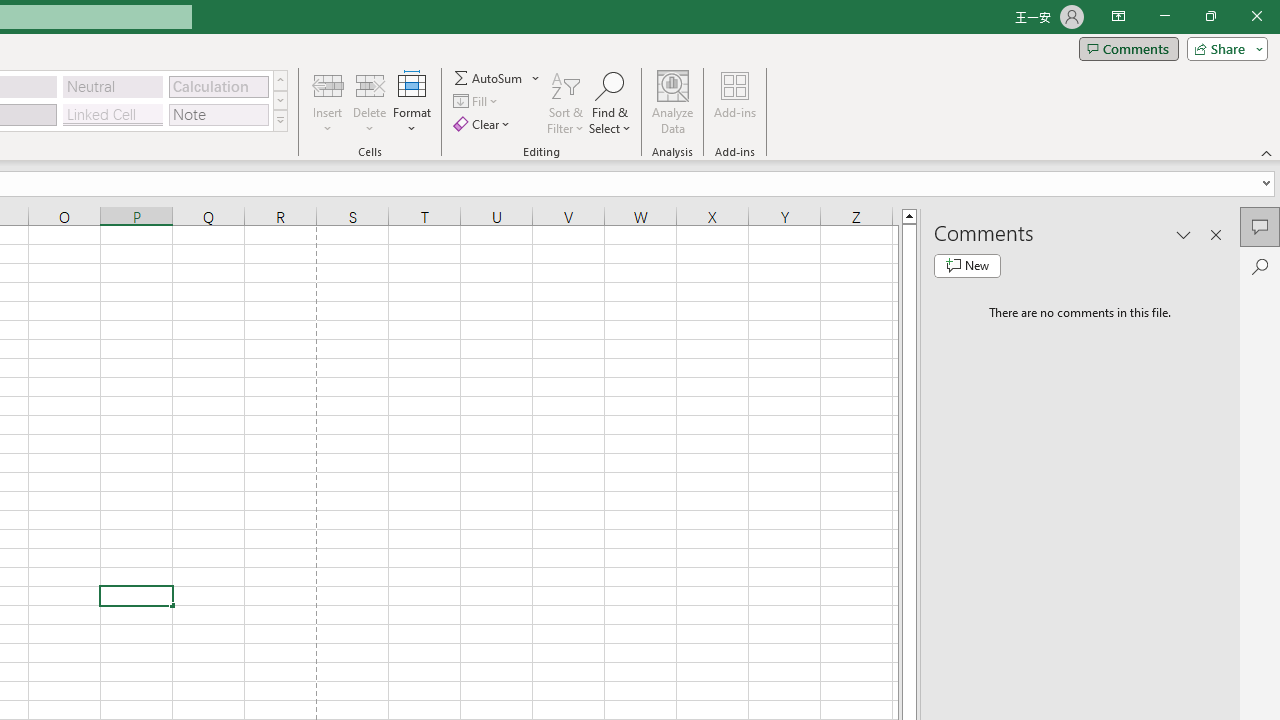 This screenshot has width=1280, height=720. What do you see at coordinates (967, 265) in the screenshot?
I see `'New comment'` at bounding box center [967, 265].